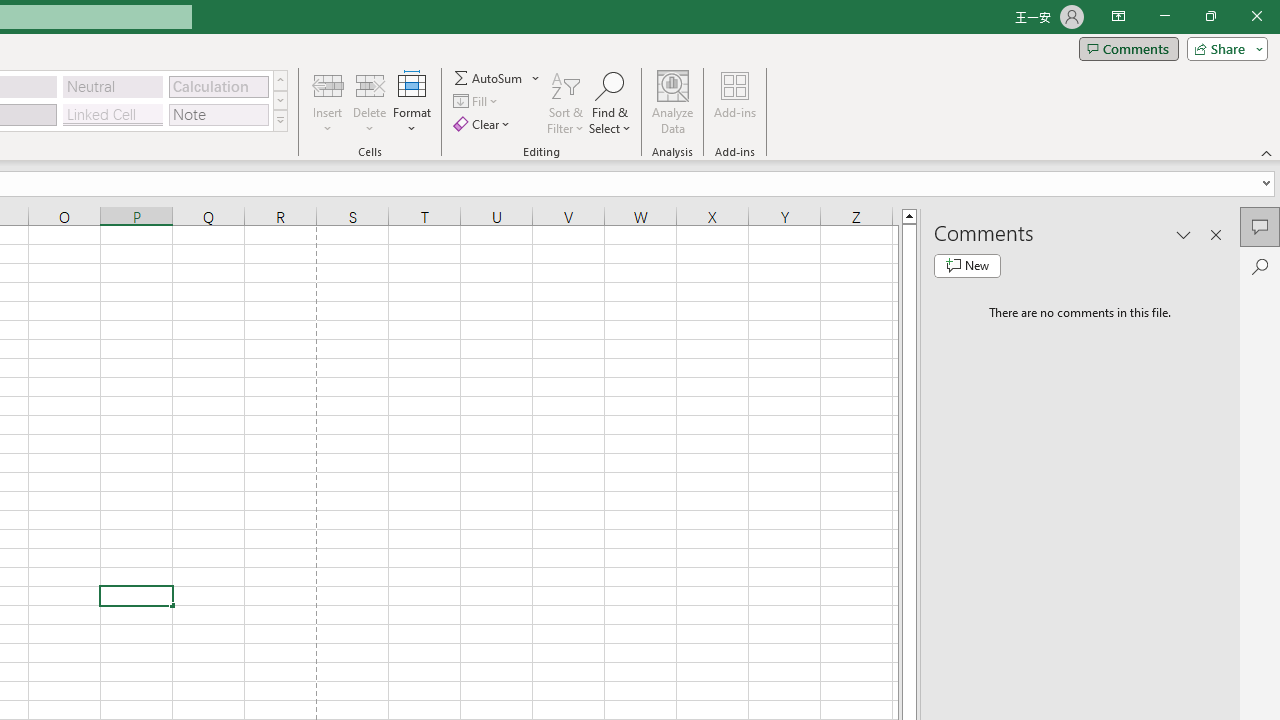 This screenshot has width=1280, height=720. What do you see at coordinates (967, 265) in the screenshot?
I see `'New comment'` at bounding box center [967, 265].